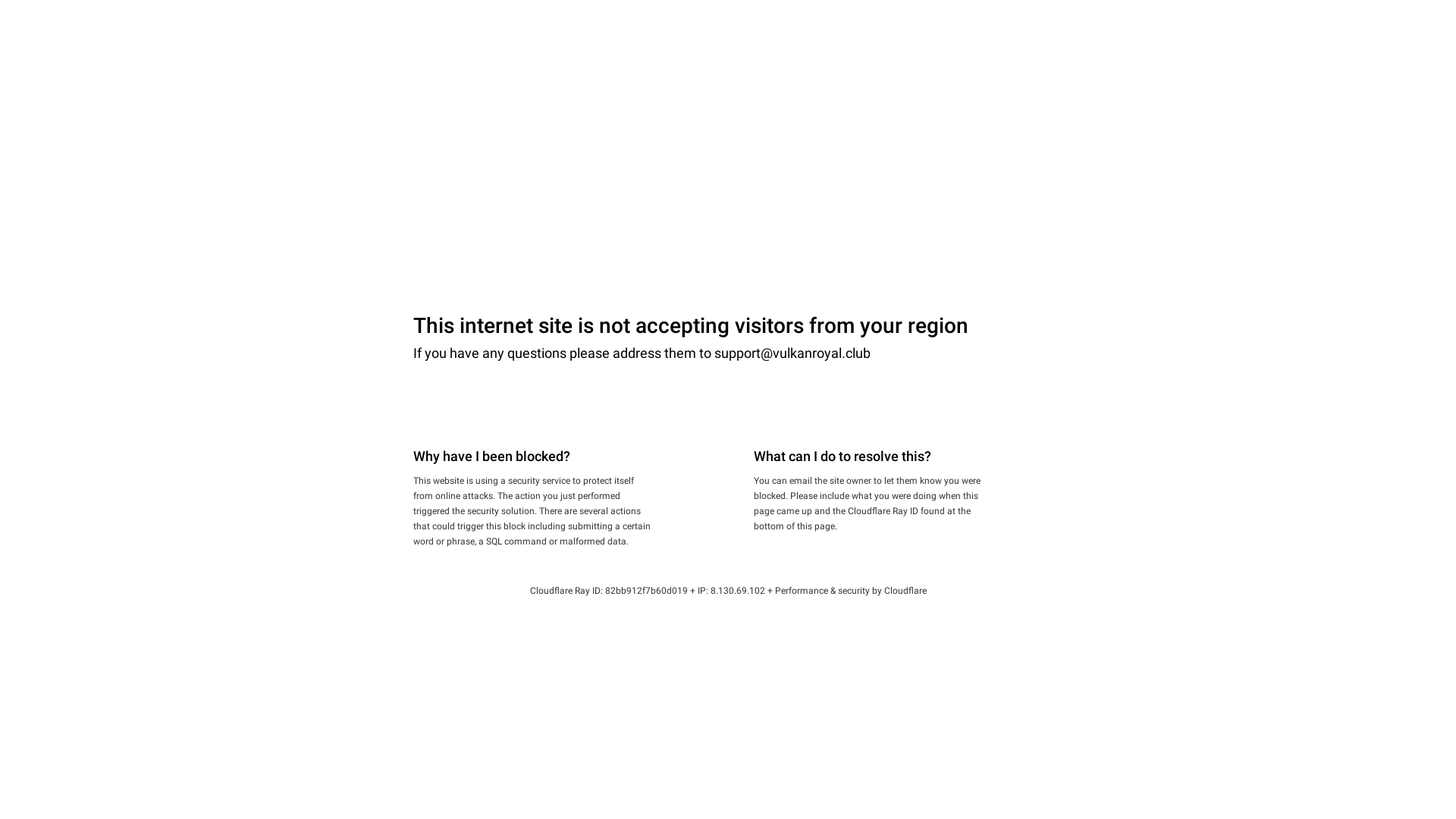 This screenshot has height=819, width=1456. What do you see at coordinates (905, 590) in the screenshot?
I see `'Cloudflare'` at bounding box center [905, 590].